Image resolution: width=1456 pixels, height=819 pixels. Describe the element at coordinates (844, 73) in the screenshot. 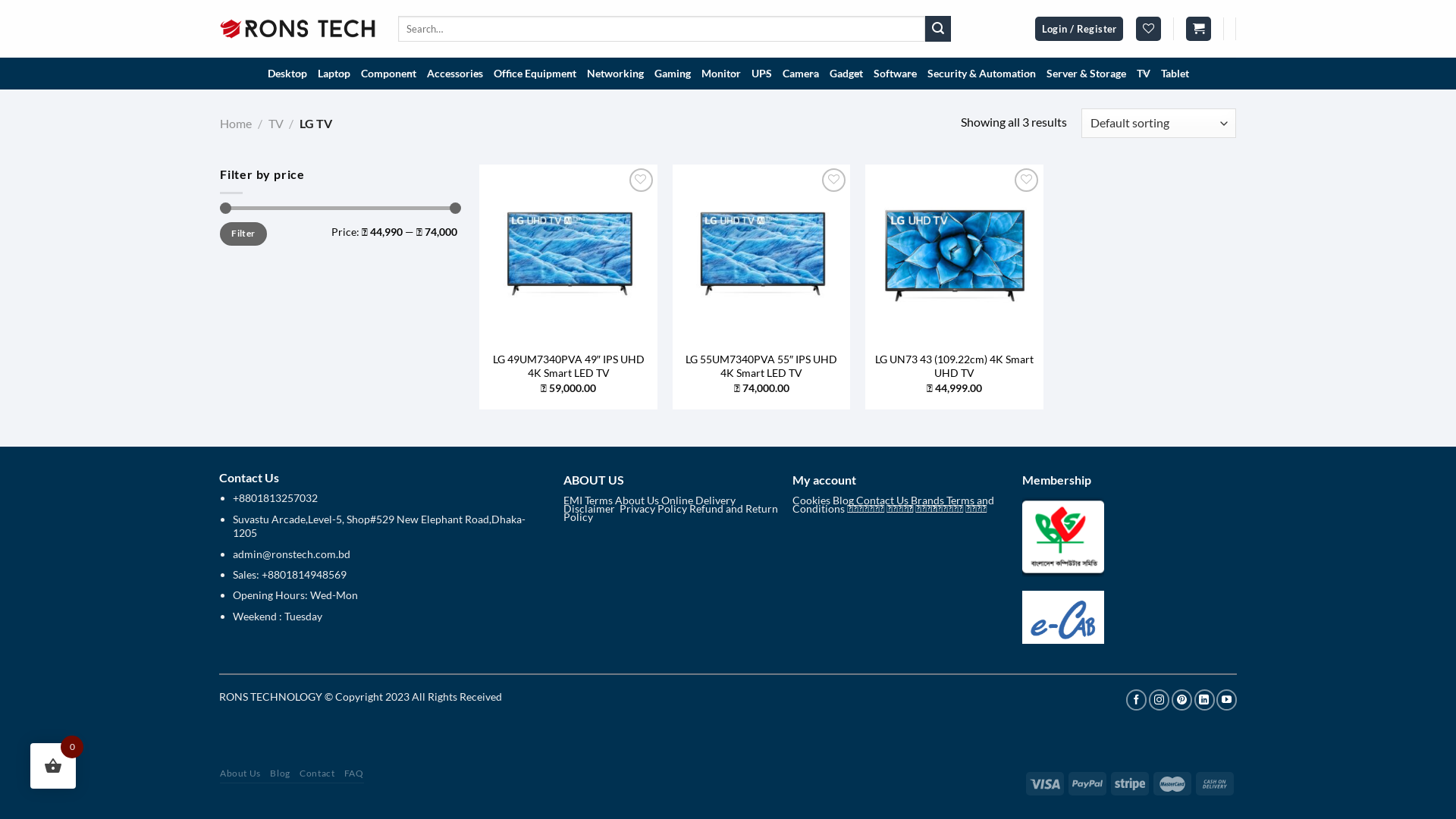

I see `'Gadget'` at that location.